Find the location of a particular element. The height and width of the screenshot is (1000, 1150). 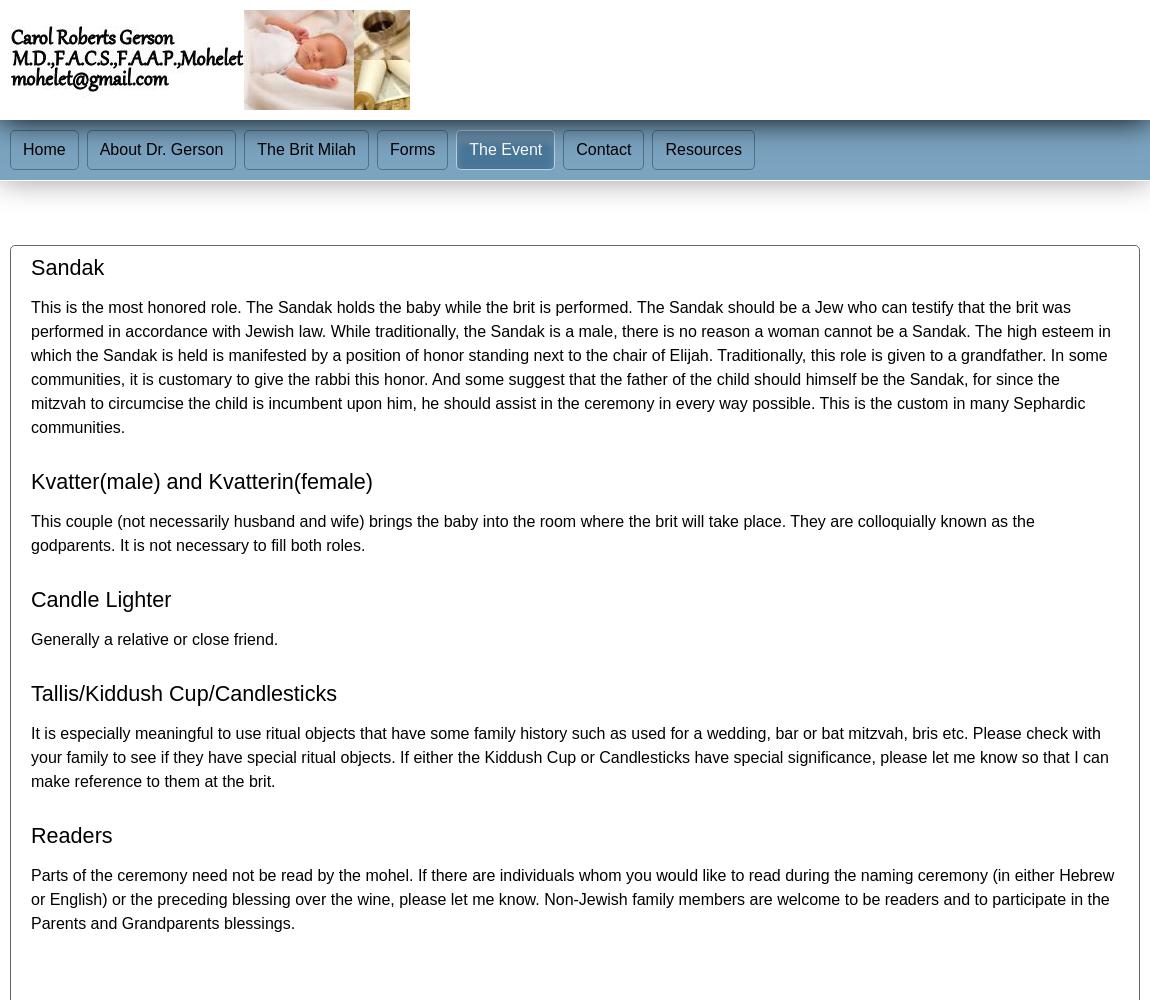

'Candle Lighter' is located at coordinates (30, 598).